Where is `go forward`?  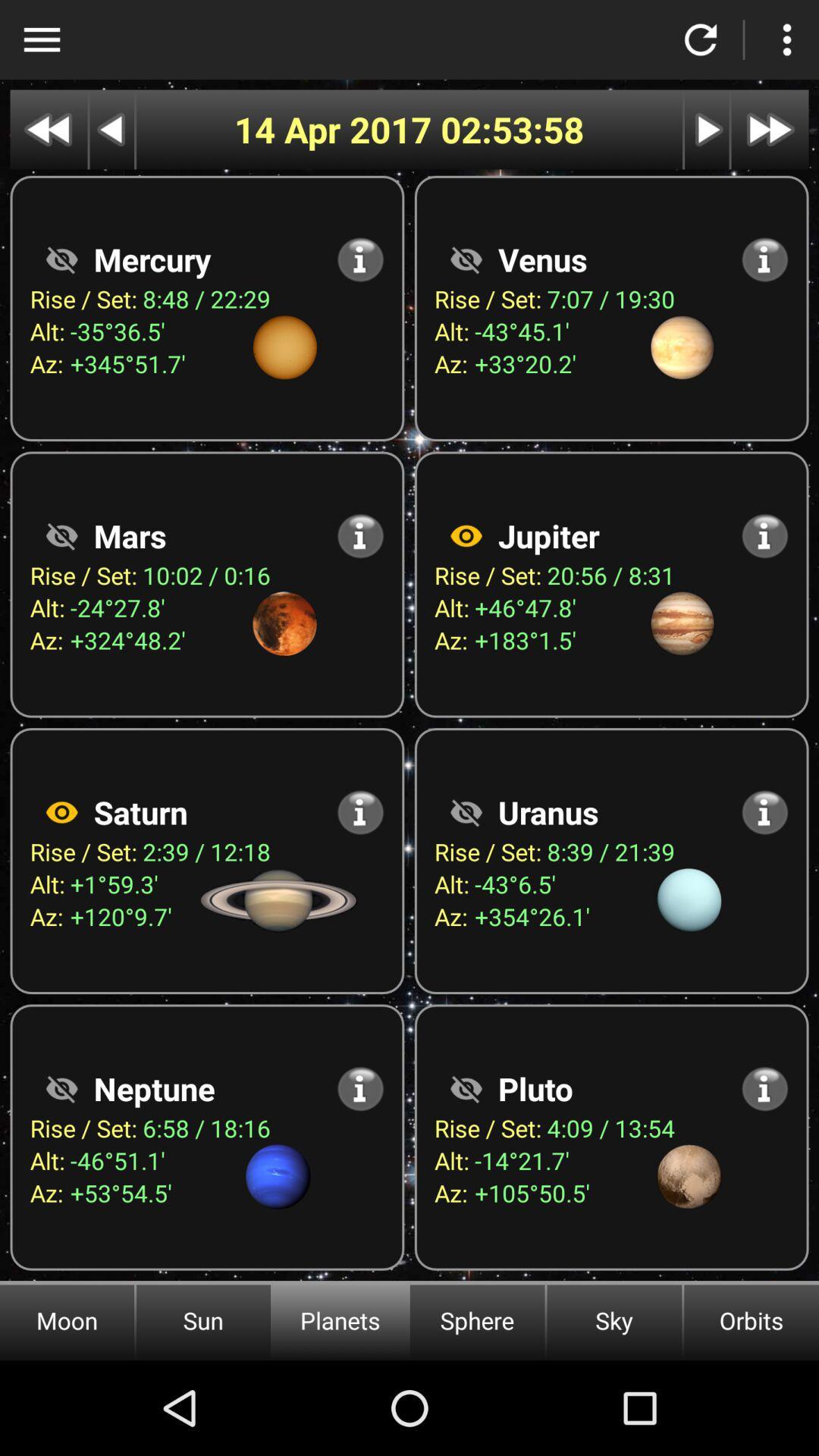 go forward is located at coordinates (707, 130).